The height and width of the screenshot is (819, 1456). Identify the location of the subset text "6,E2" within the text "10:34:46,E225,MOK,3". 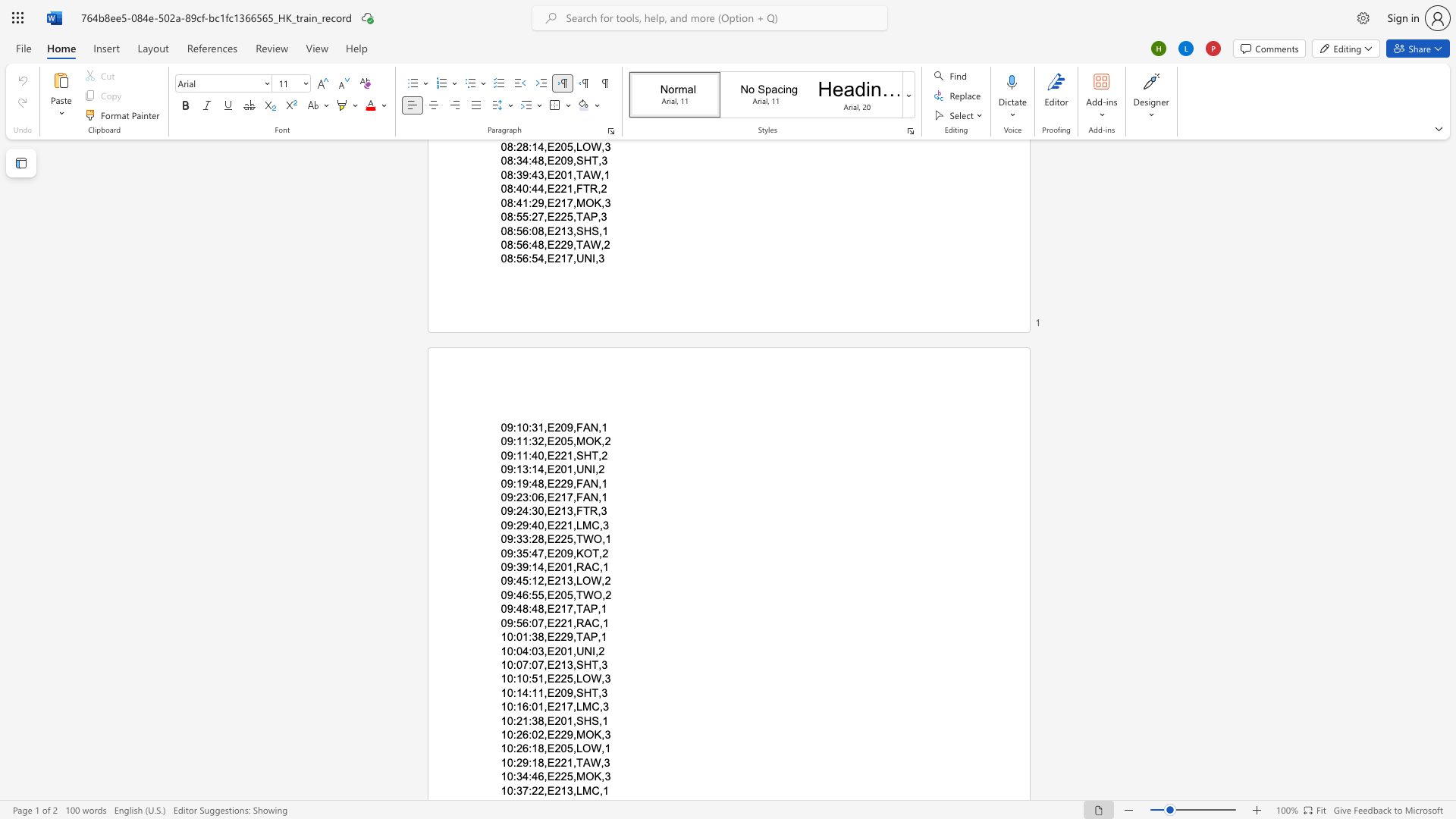
(538, 777).